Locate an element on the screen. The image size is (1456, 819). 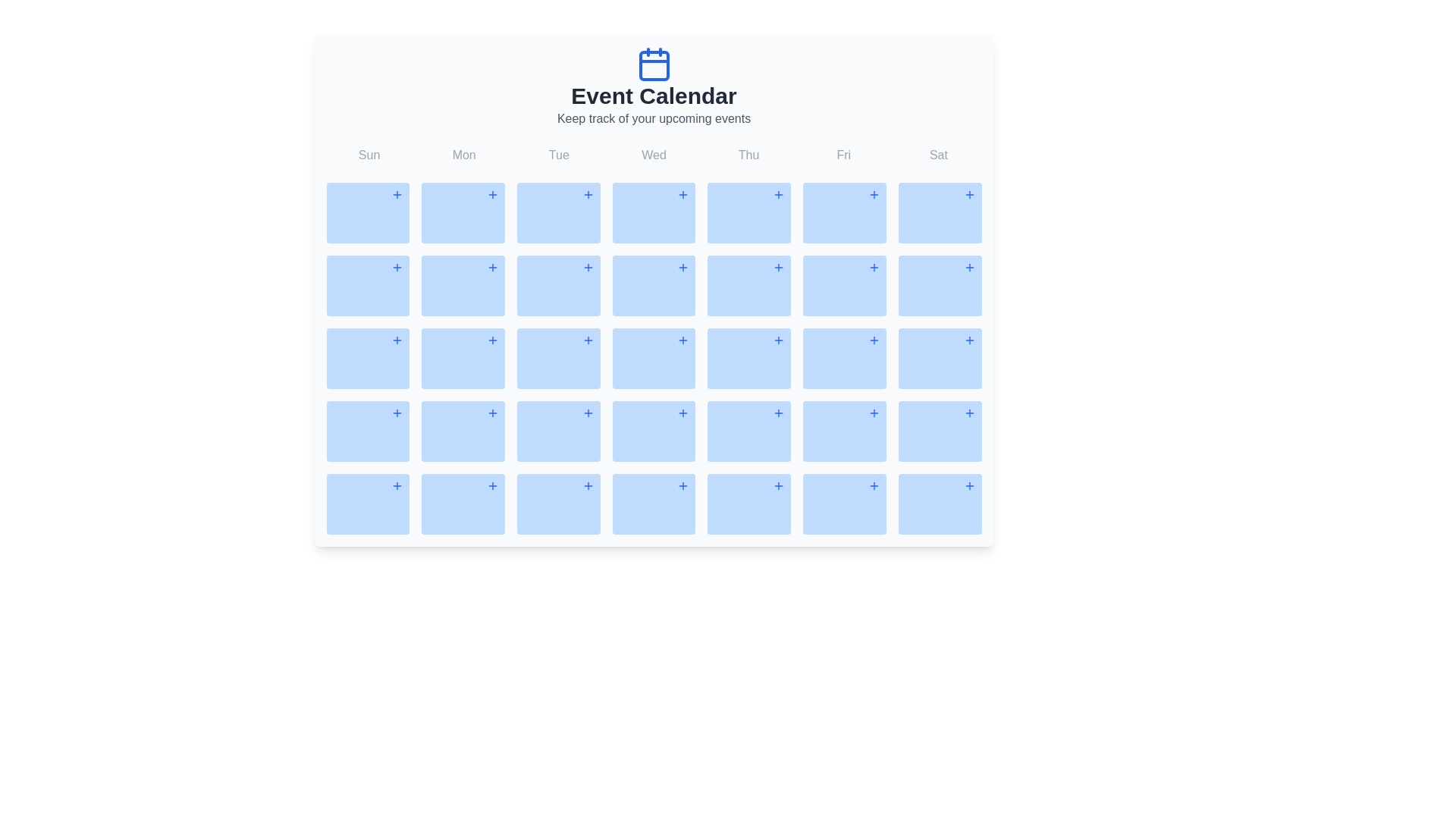
the small, blue plus icon located in the fourth row and fourth column of the calendar interface is located at coordinates (492, 413).